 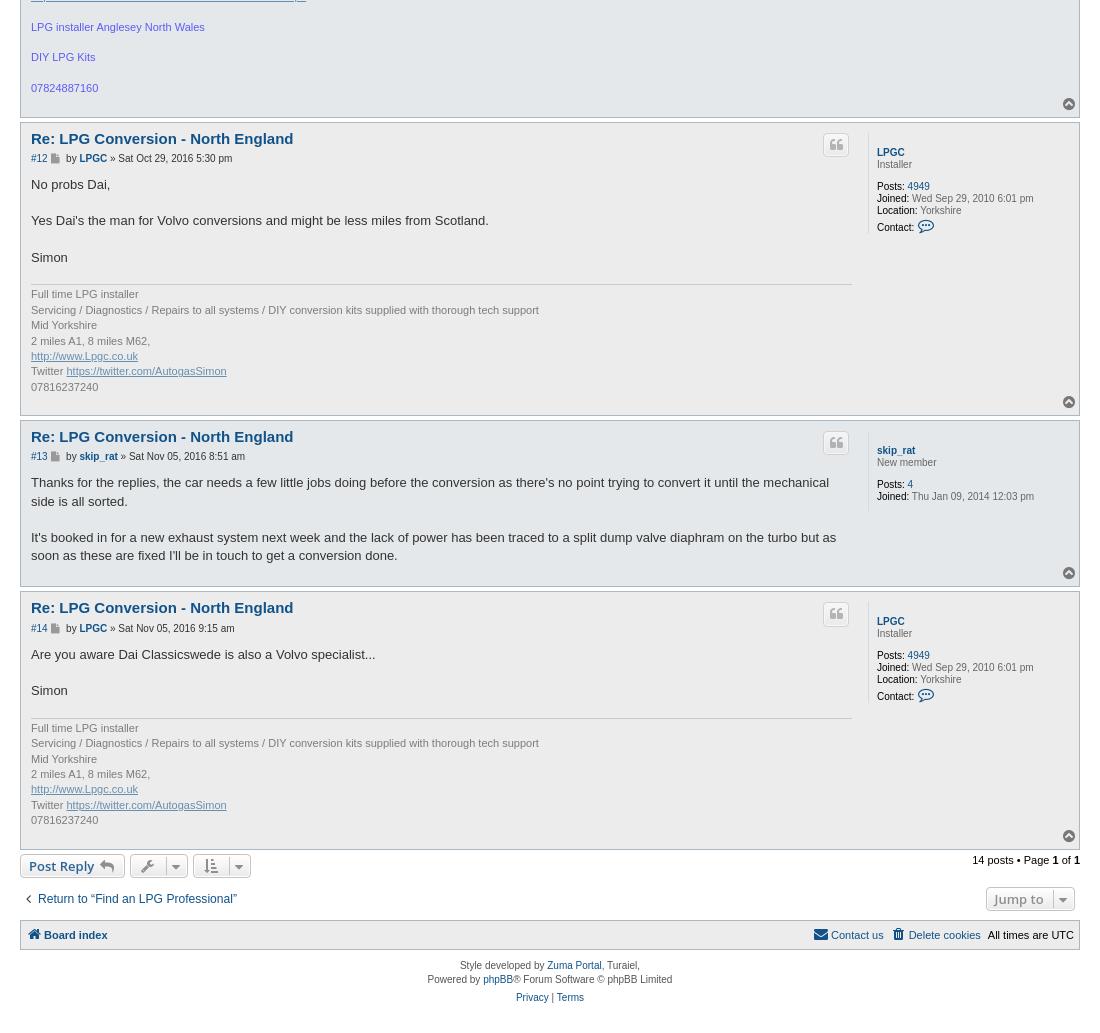 I want to click on '® Forum Software © phpBB Limited', so click(x=591, y=978).